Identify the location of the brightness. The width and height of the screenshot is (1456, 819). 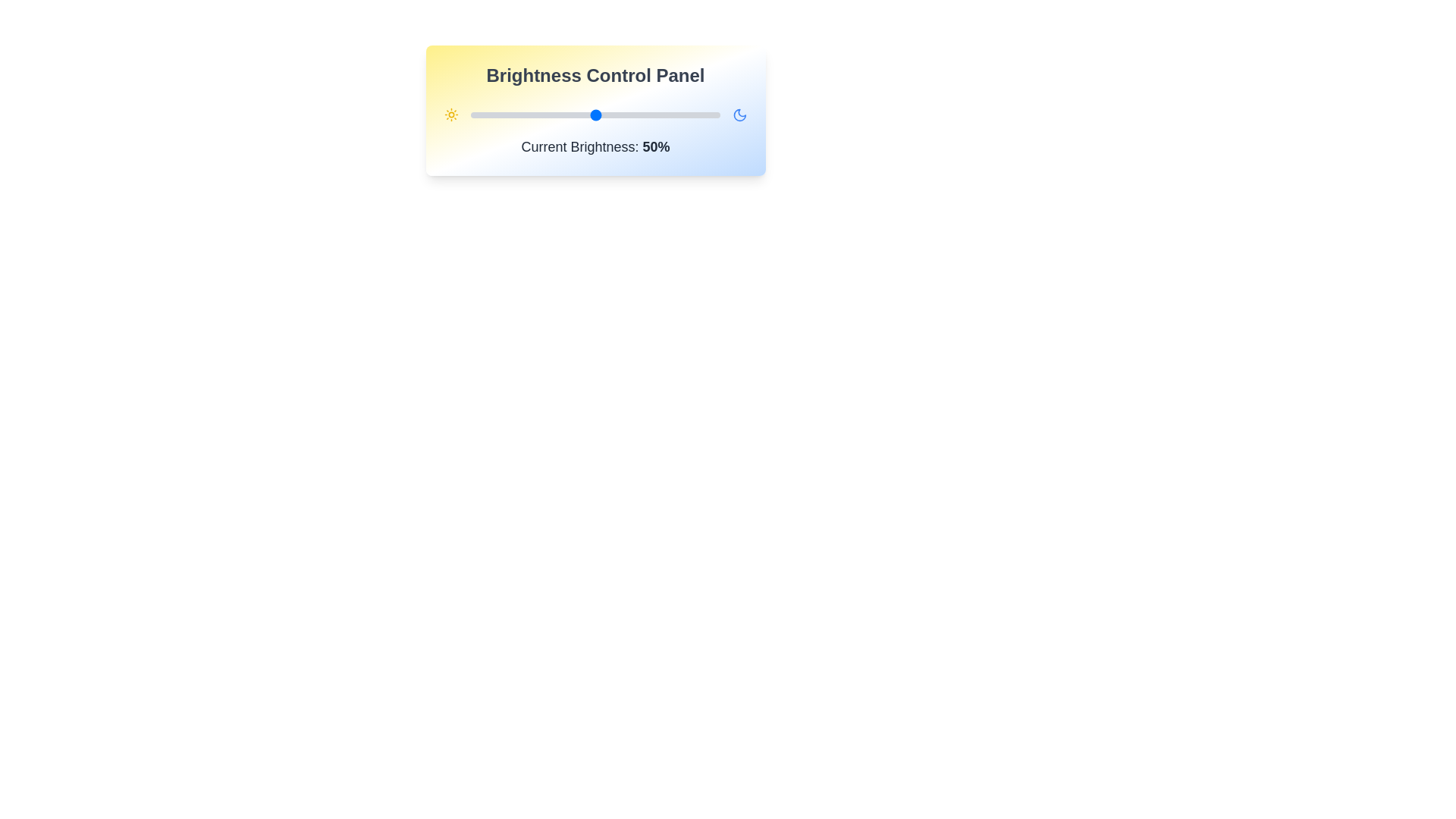
(657, 114).